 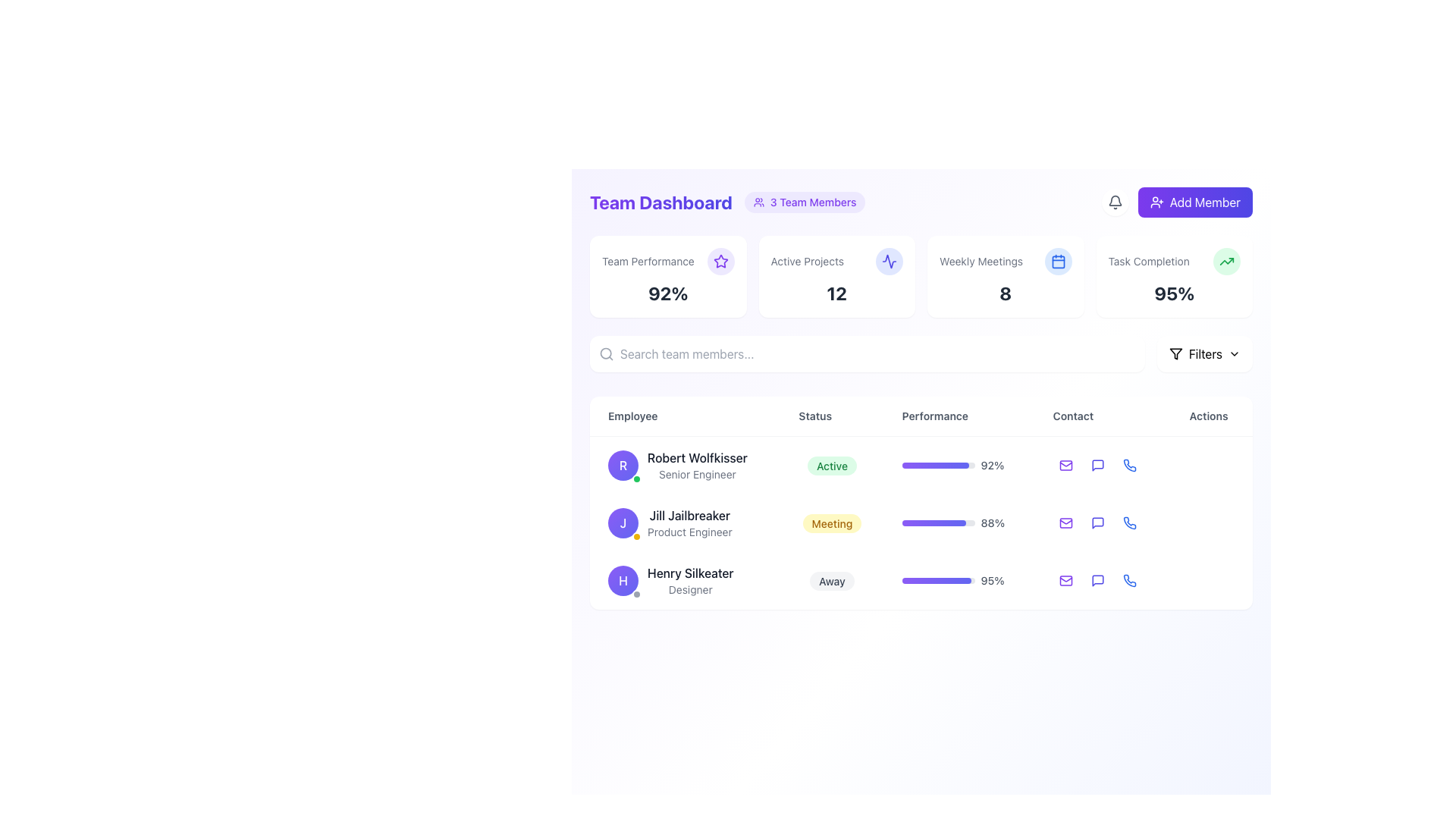 I want to click on the mail icon located in the 'Contact' column of the second row corresponding to 'Jill Jailbreaker', so click(x=1065, y=522).